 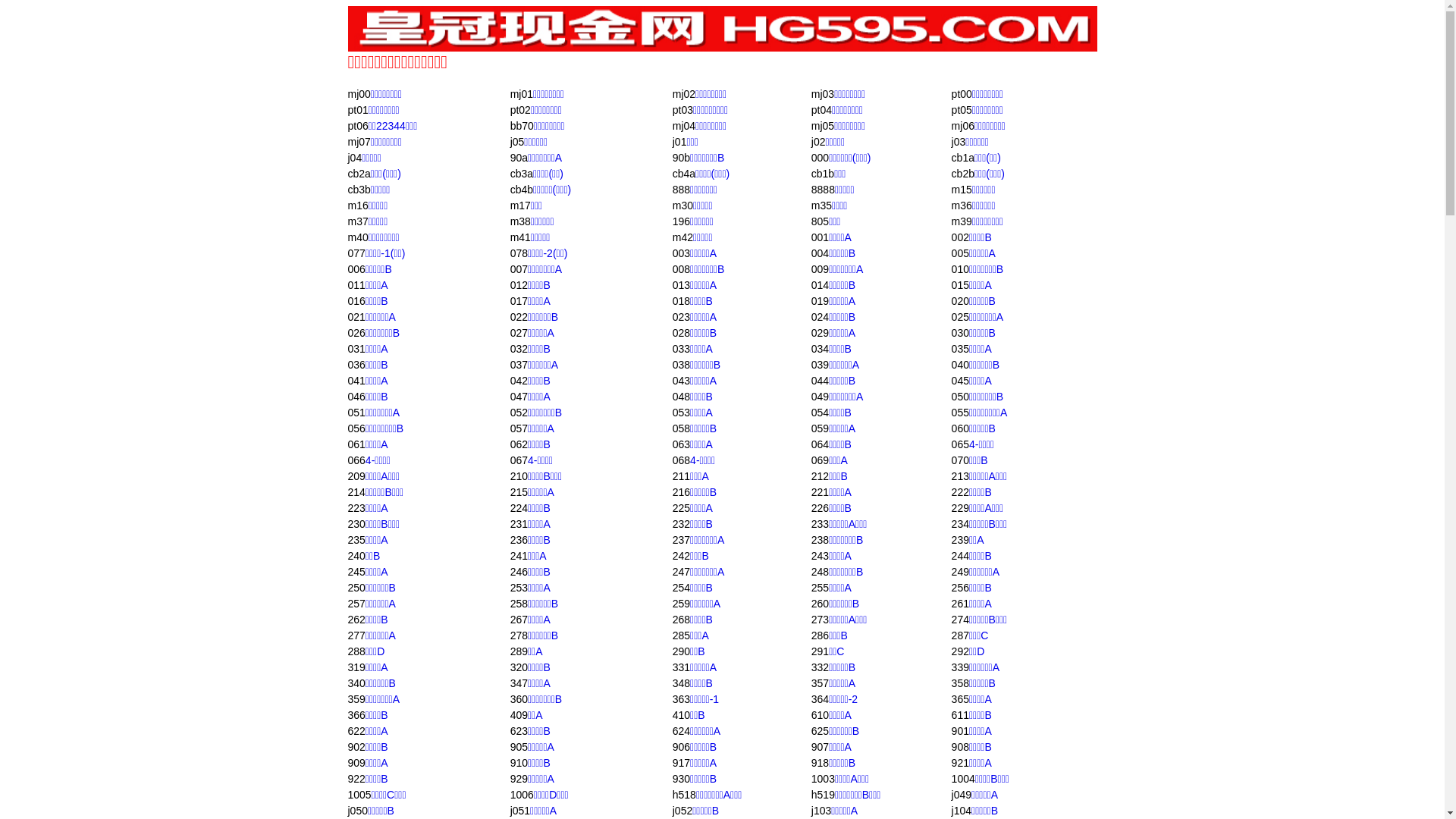 I want to click on 'cb1a', so click(x=962, y=158).